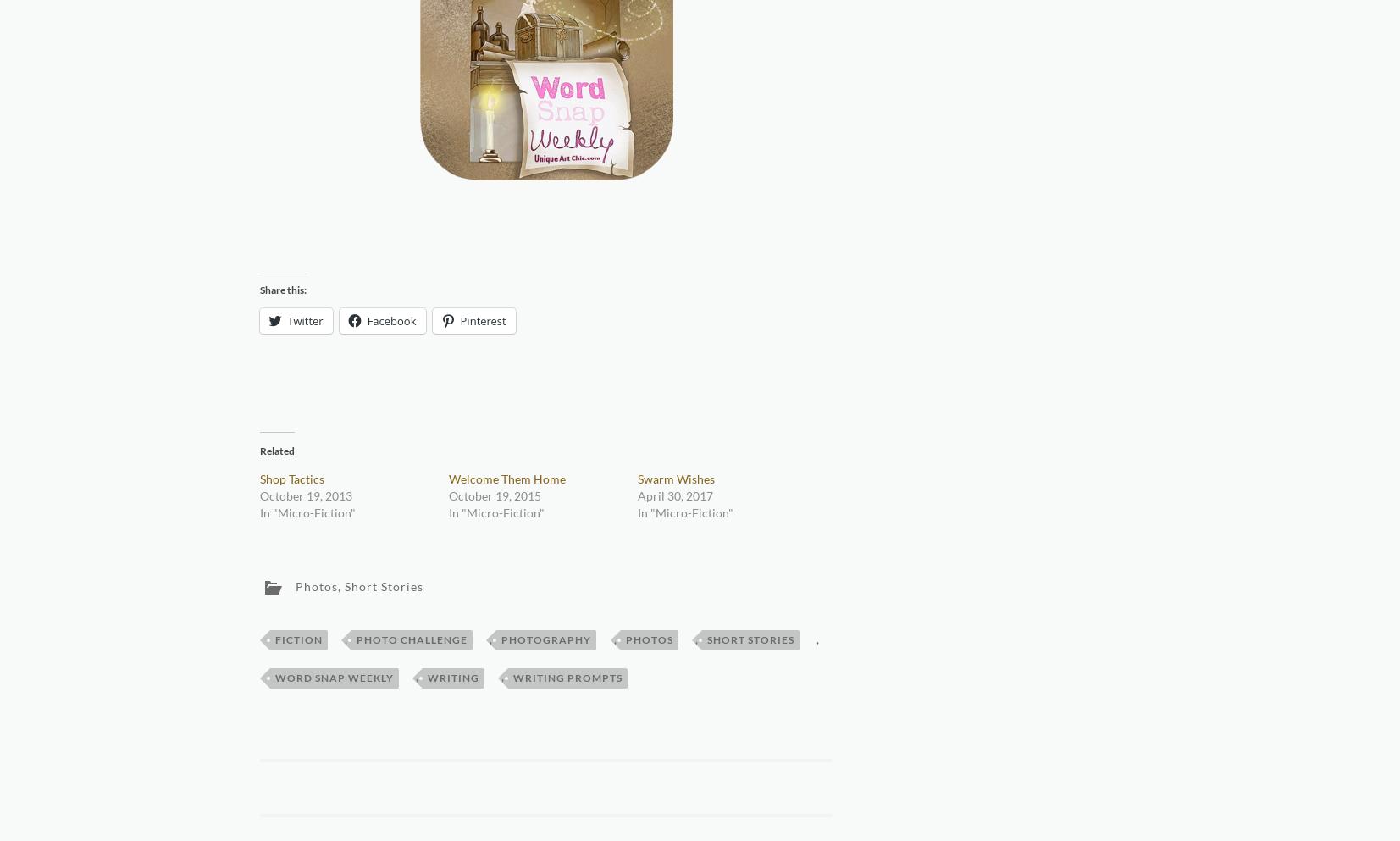 This screenshot has width=1400, height=841. Describe the element at coordinates (275, 451) in the screenshot. I see `'Related'` at that location.